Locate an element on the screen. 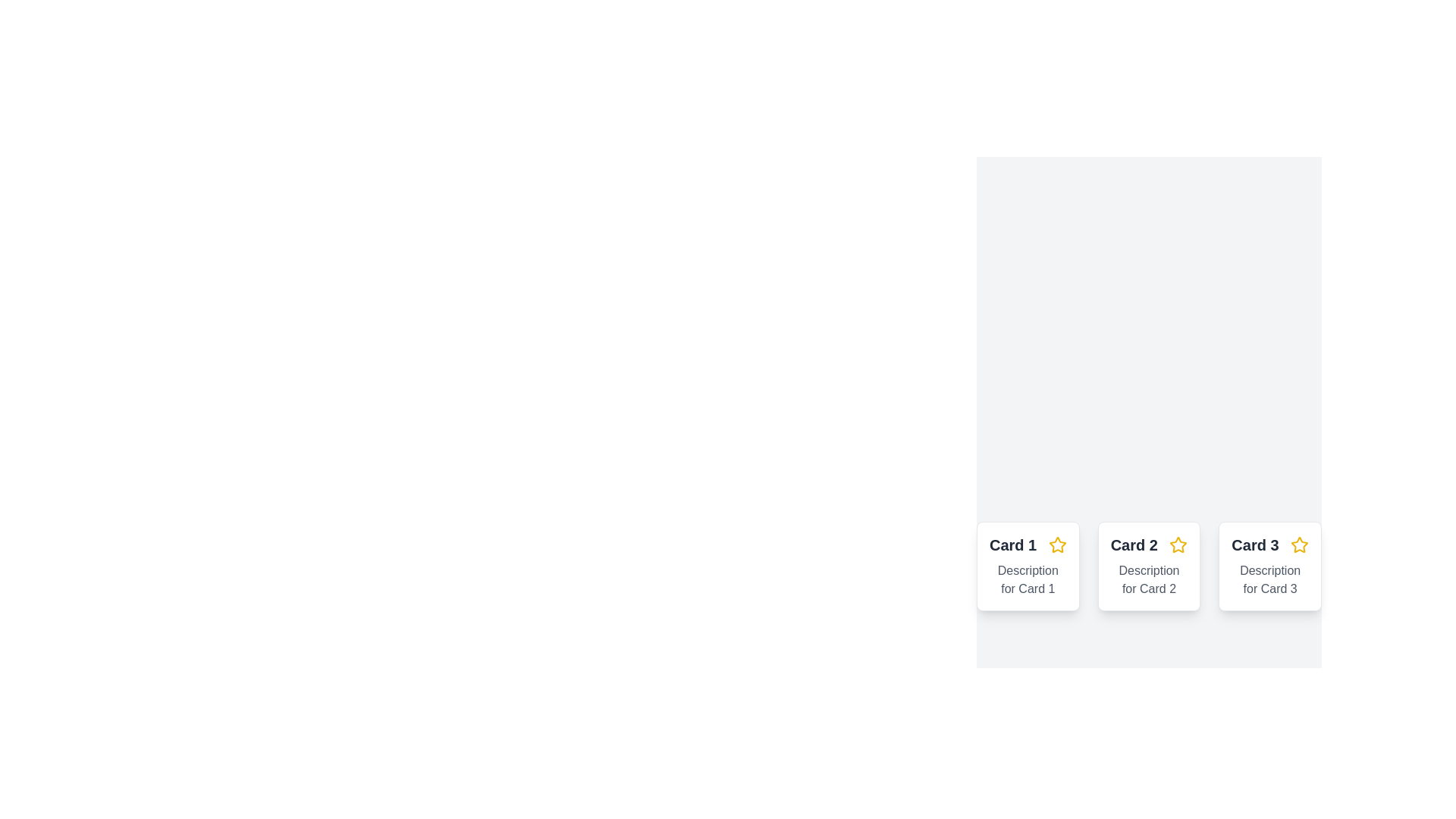 The height and width of the screenshot is (819, 1456). the yellow star icon located to the right of the text 'Card 2' in the middle card of a set of three horizontally aligned cards is located at coordinates (1178, 544).